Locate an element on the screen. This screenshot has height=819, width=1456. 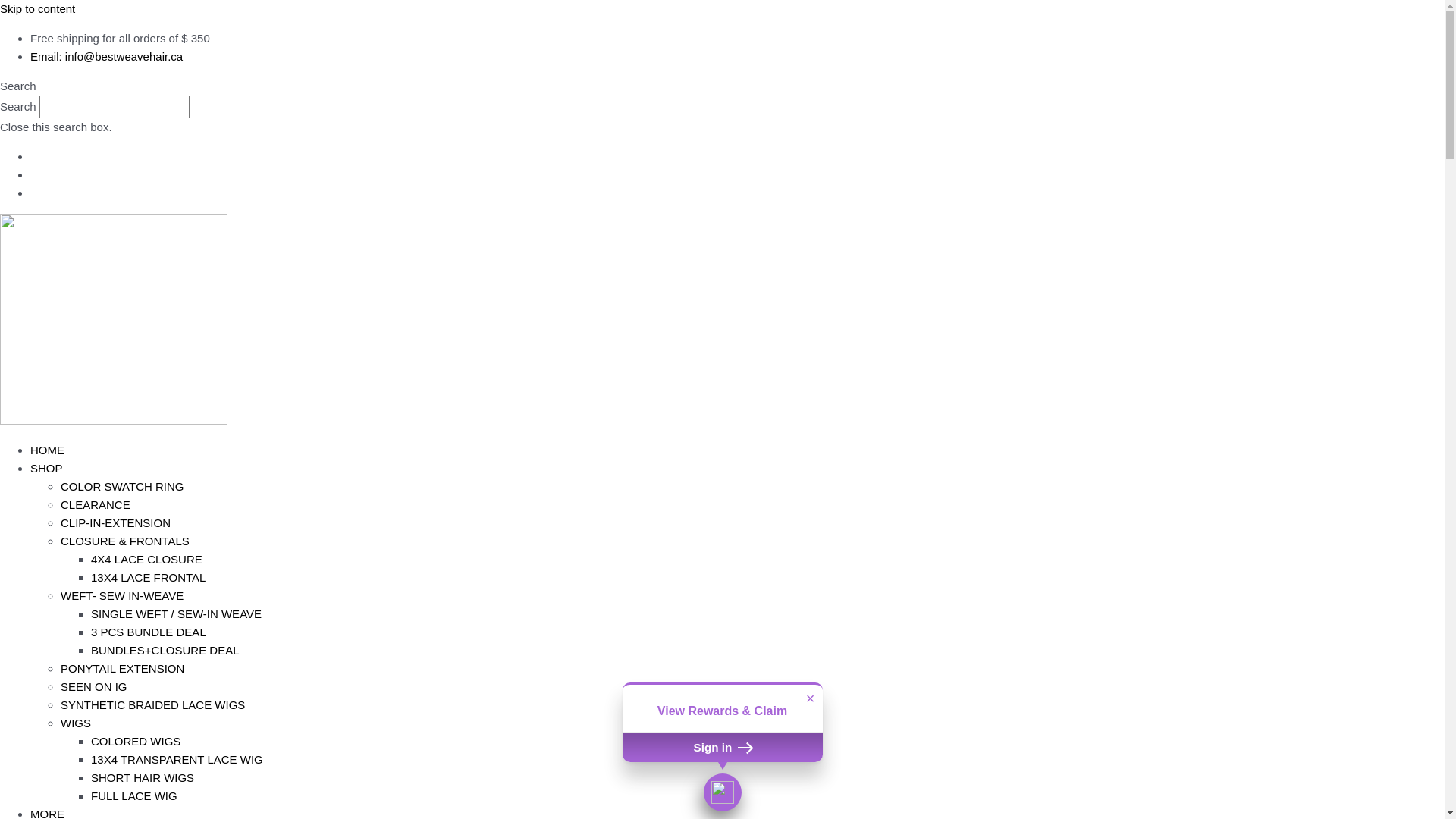
'BUNDLES+CLOSURE DEAL' is located at coordinates (165, 649).